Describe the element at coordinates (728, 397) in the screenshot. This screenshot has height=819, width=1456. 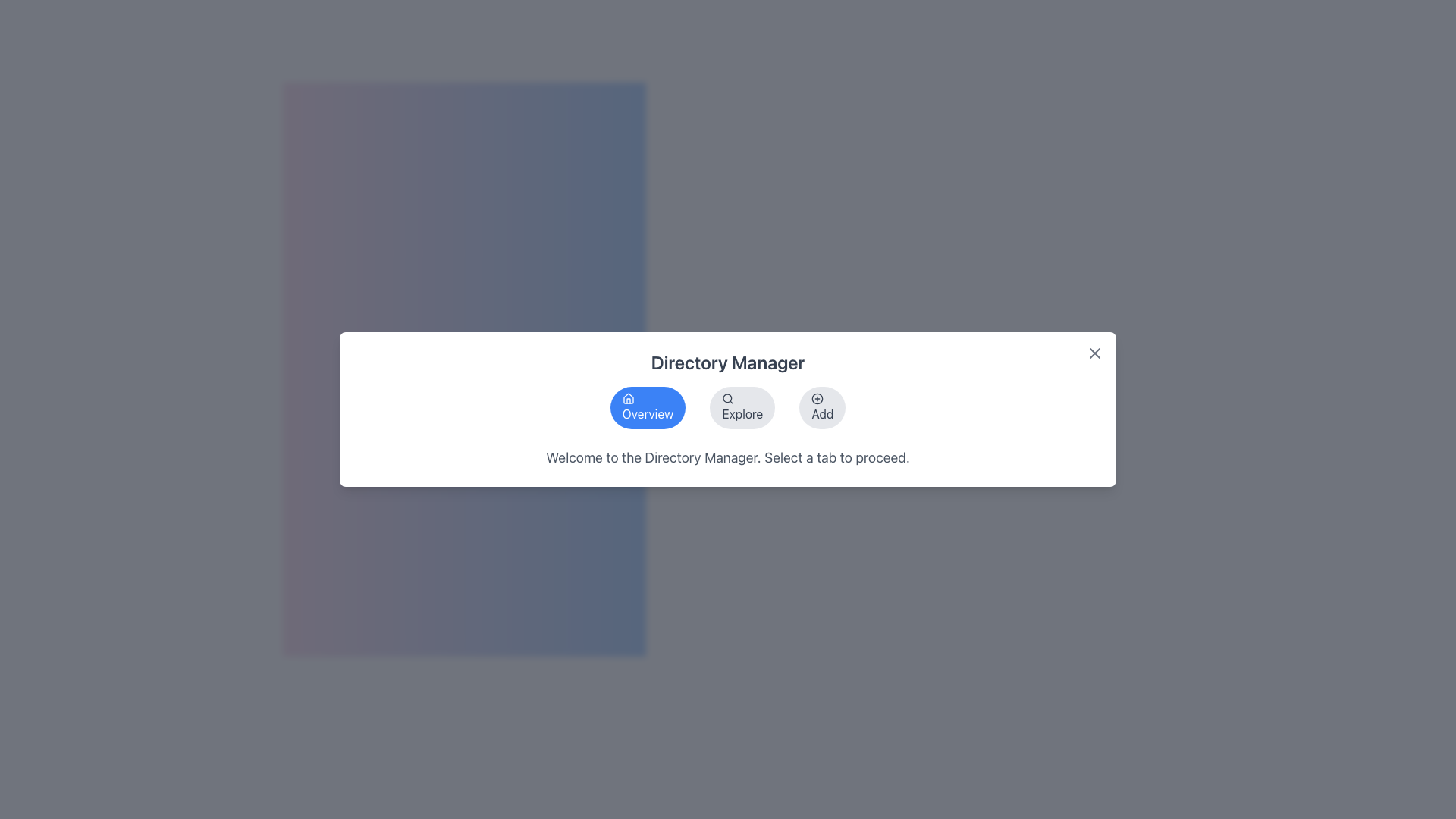
I see `the 'Explore' icon located to the left of the text 'Explore' in the rounded rectangle button within the navigation bar under 'Directory Manager'` at that location.